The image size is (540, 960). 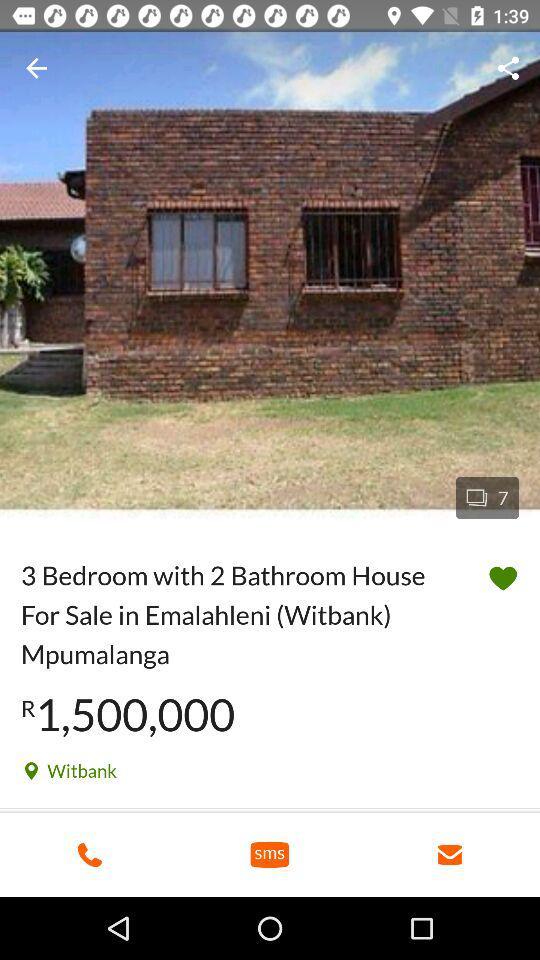 I want to click on message icon which is at the bottom right corner of the page, so click(x=449, y=853).